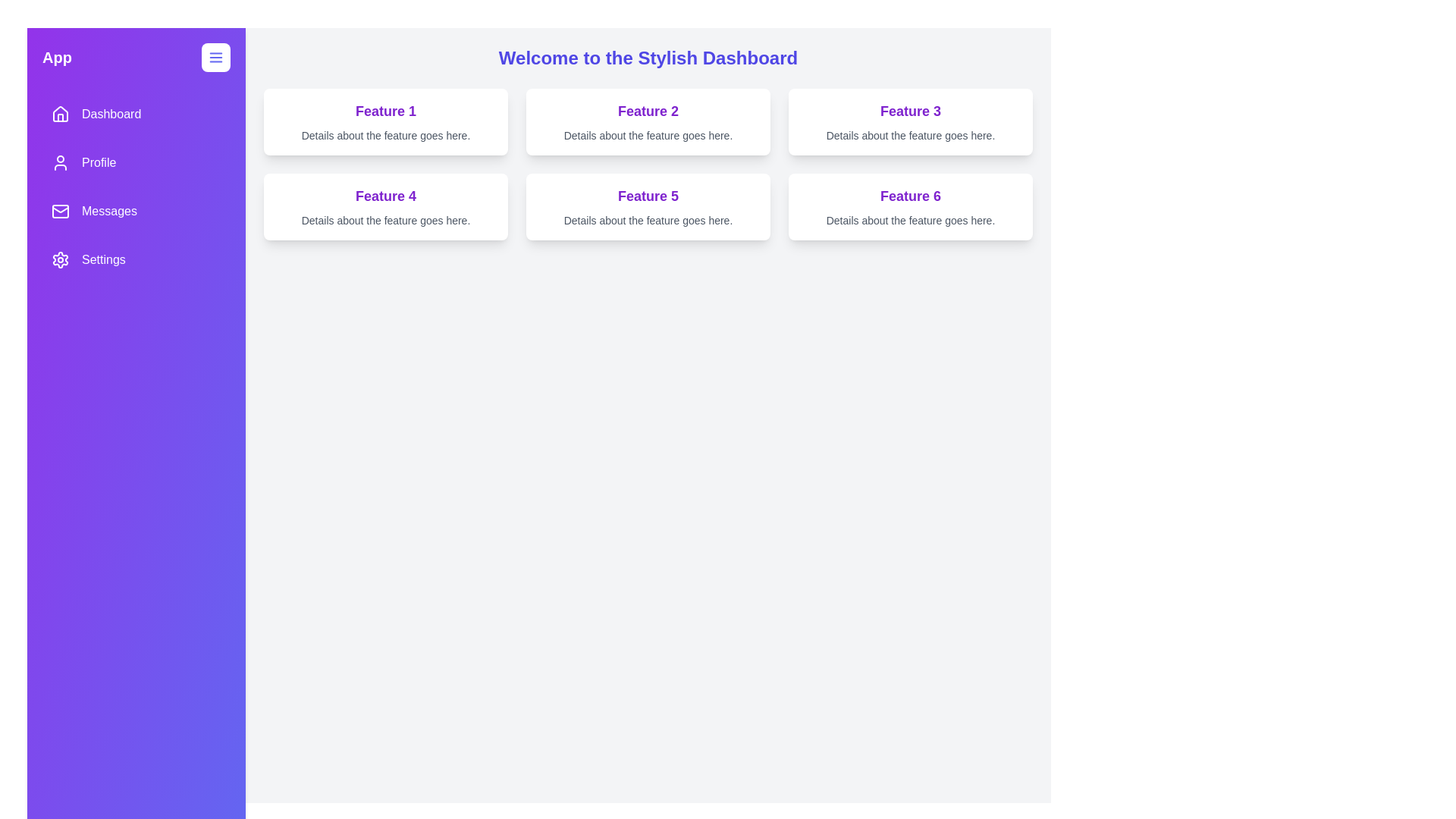  Describe the element at coordinates (98, 163) in the screenshot. I see `the 'Profile' text label, which is the second item in the vertical menu list on the left panel` at that location.